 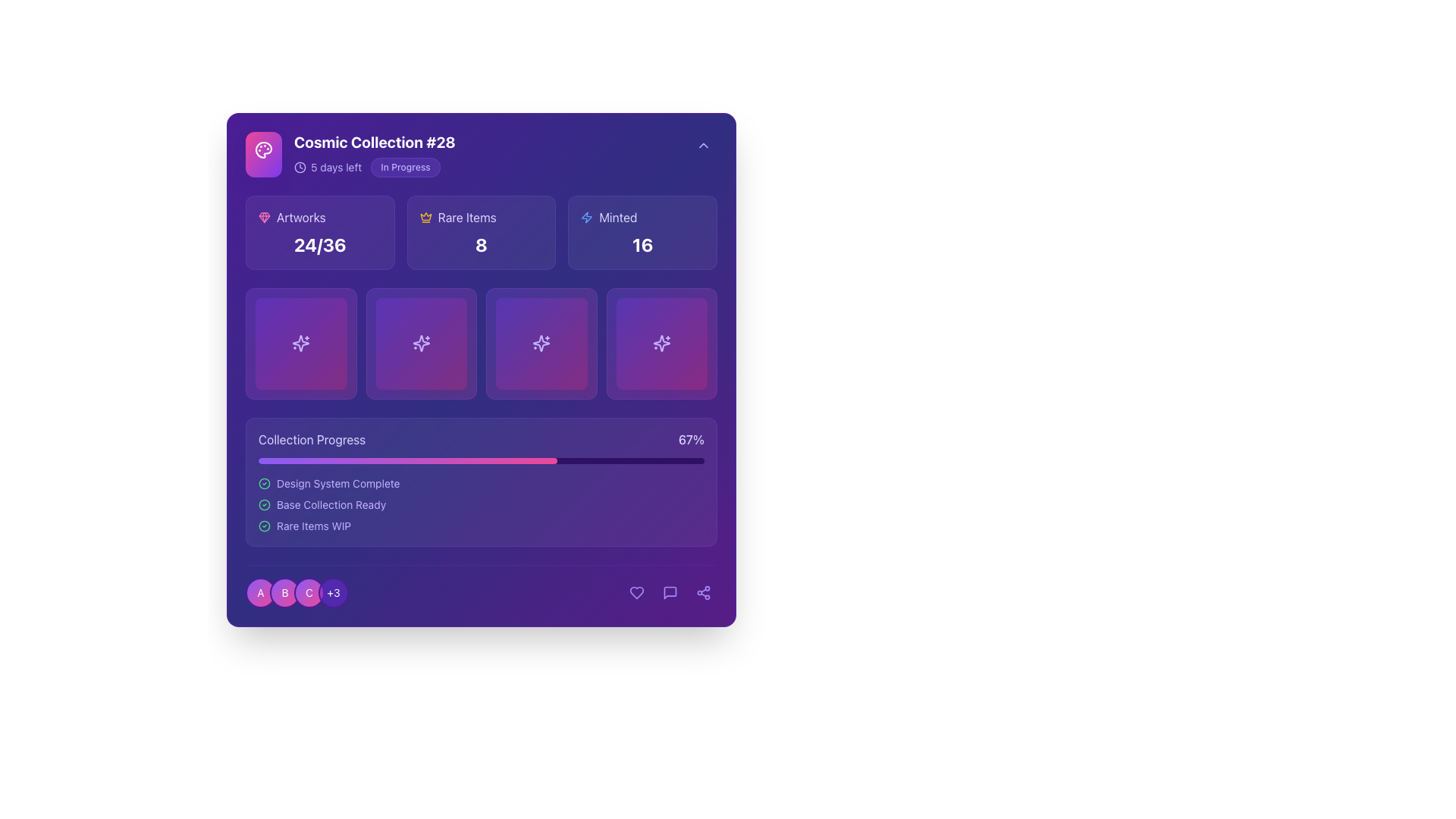 I want to click on the green circular outline icon associated with the 'Base Collection Ready' label in the 'Collection Progress' section, so click(x=265, y=483).